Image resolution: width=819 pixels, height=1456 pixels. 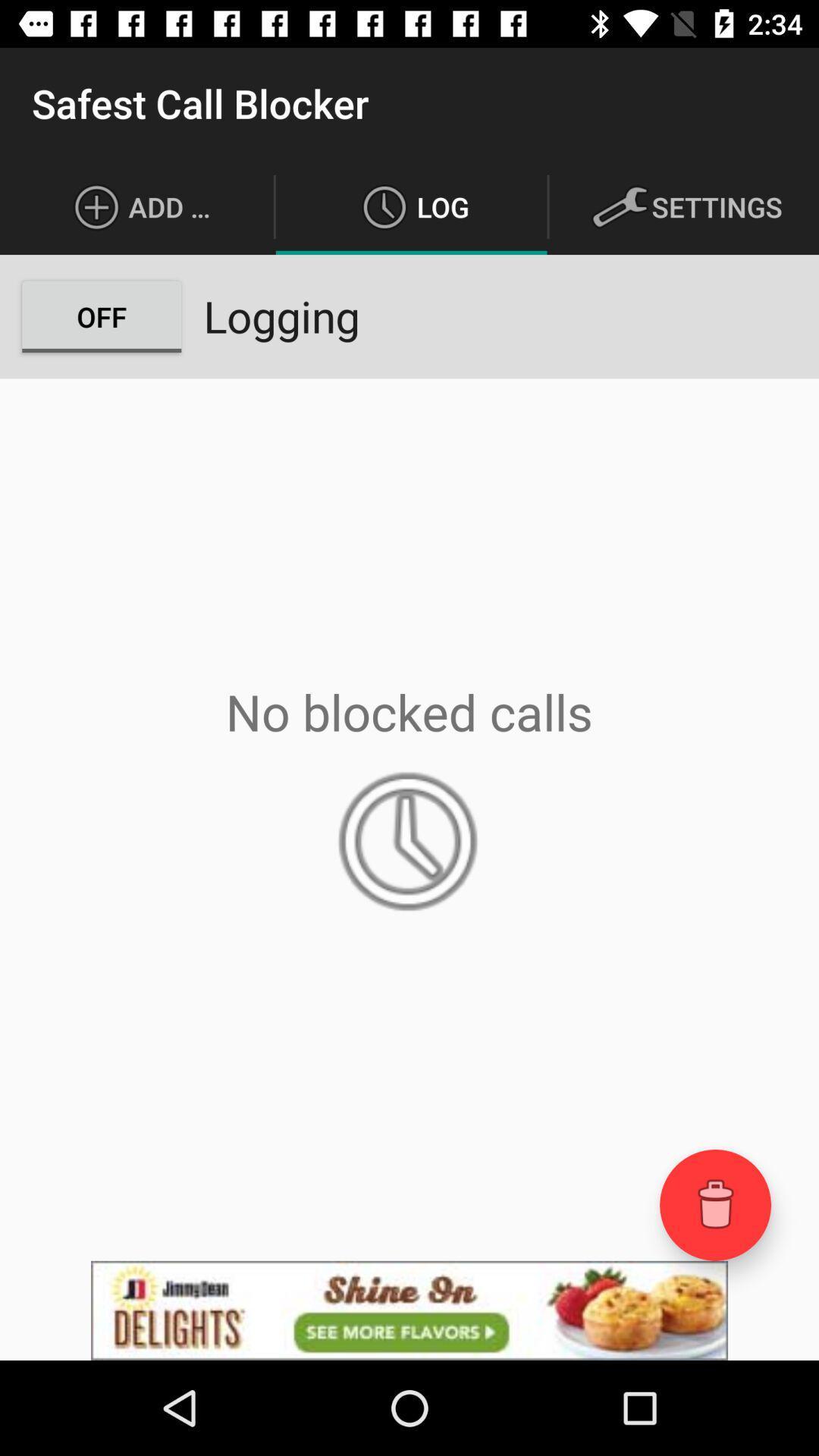 I want to click on advertisement banner, so click(x=409, y=1310).